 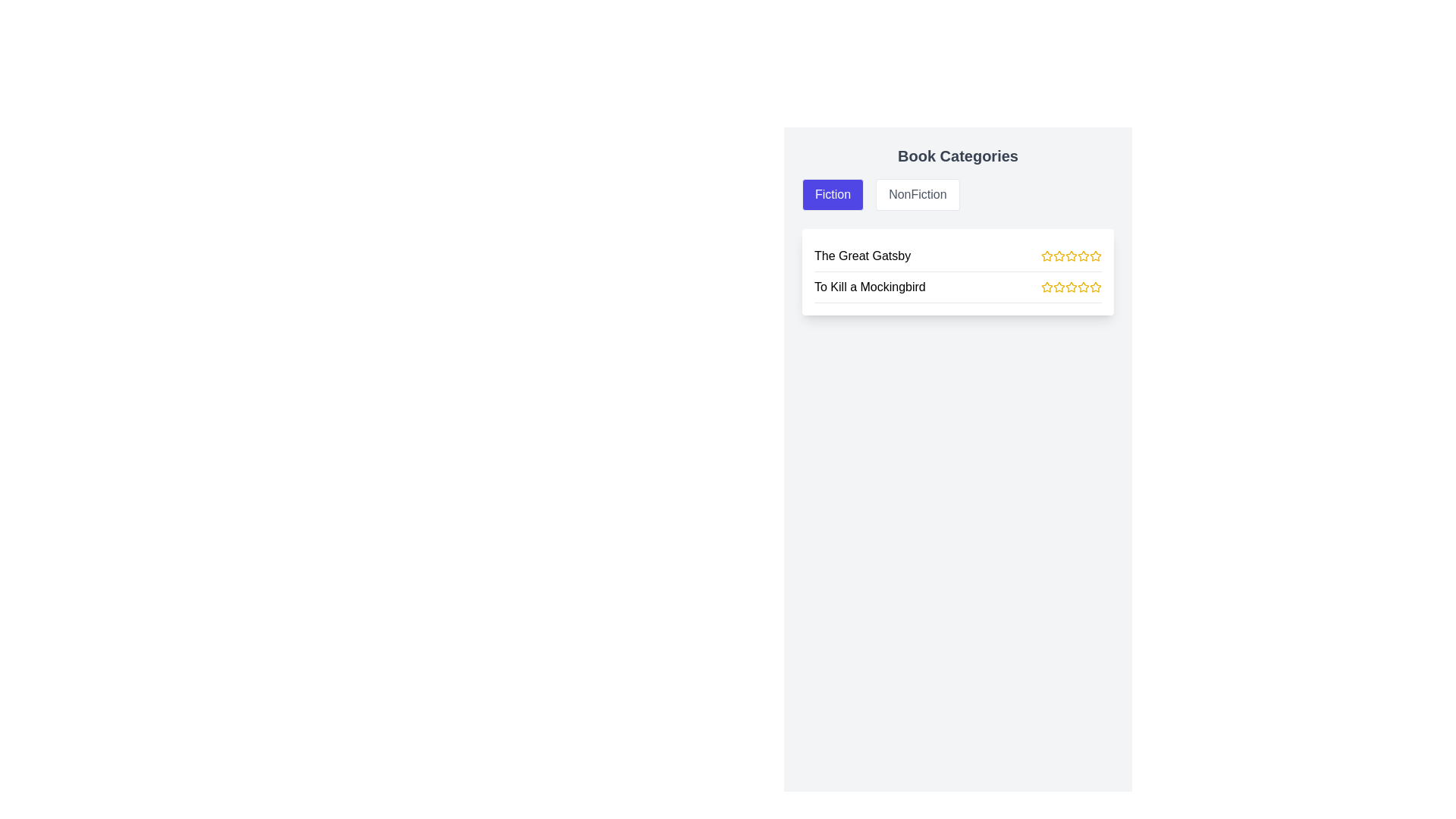 I want to click on the fourth star icon in the rating row associated with the book 'The Great Gatsby', so click(x=1070, y=255).